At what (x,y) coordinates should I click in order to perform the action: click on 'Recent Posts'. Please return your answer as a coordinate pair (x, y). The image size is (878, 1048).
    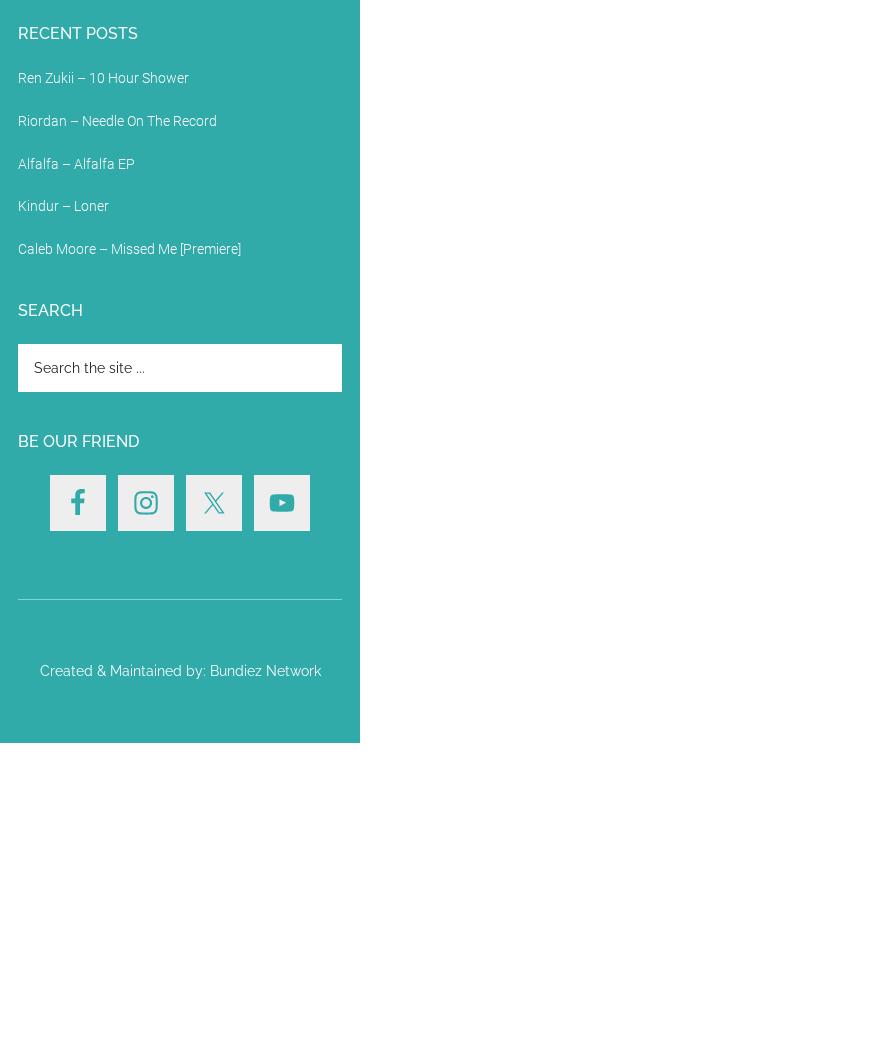
    Looking at the image, I should click on (77, 31).